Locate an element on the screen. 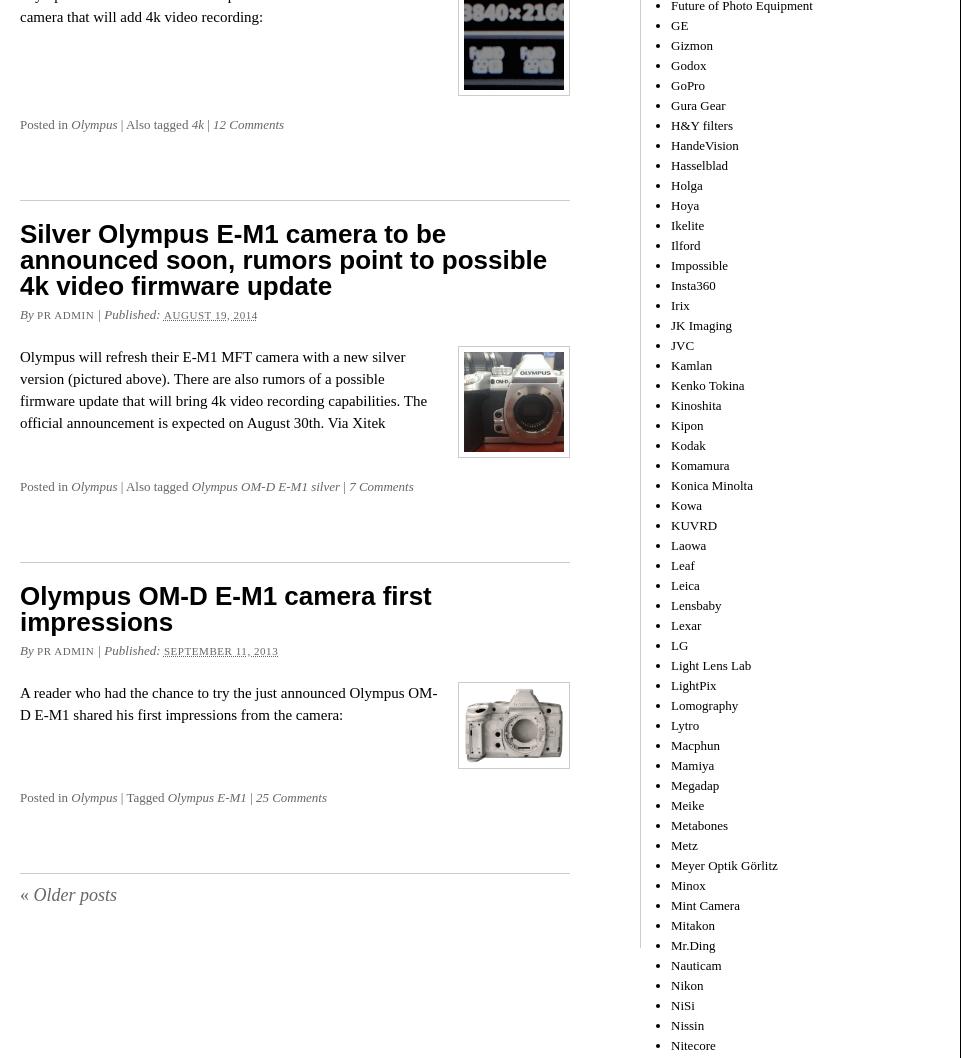  'Metz' is located at coordinates (683, 843).